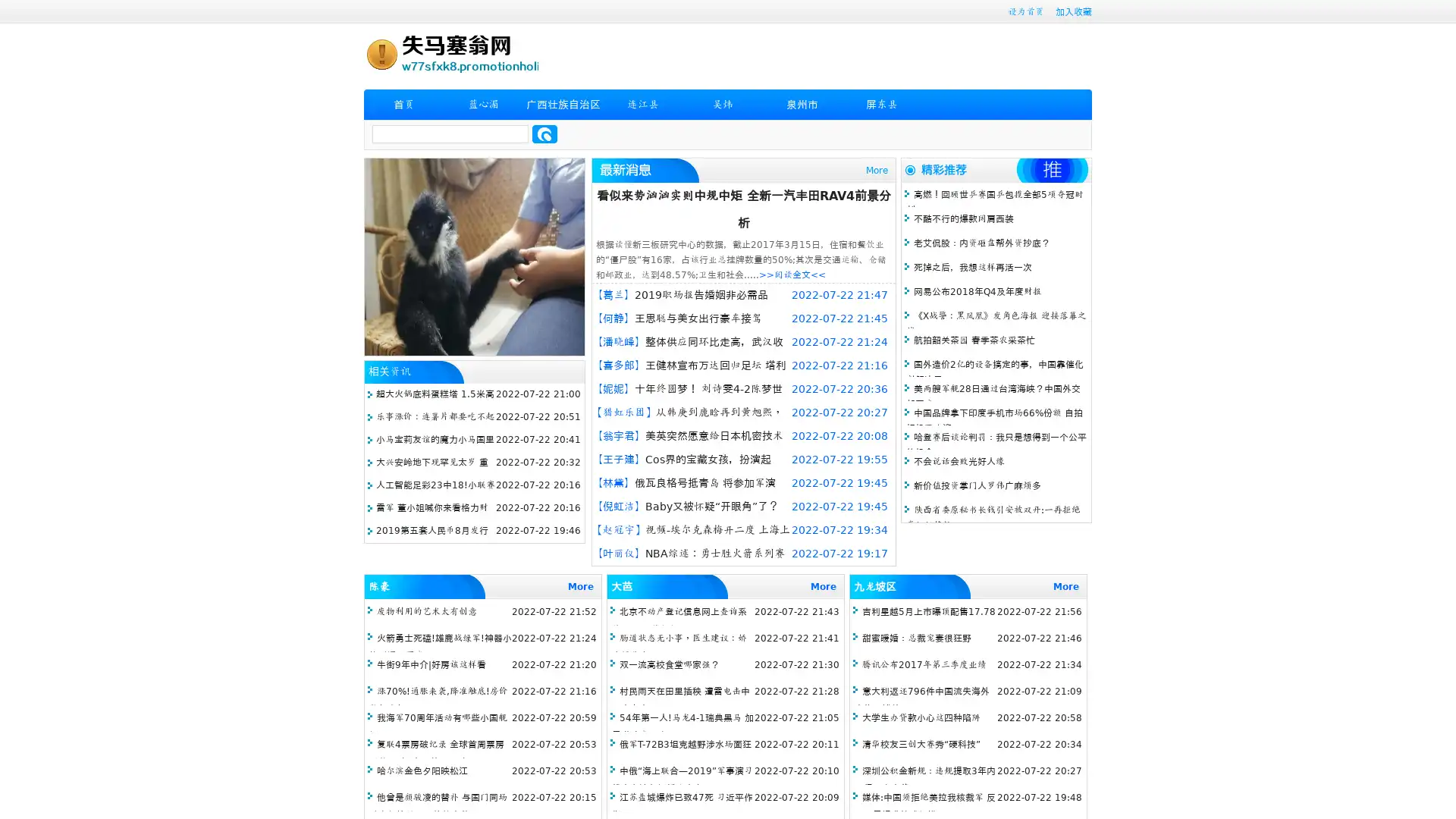  What do you see at coordinates (544, 133) in the screenshot?
I see `Search` at bounding box center [544, 133].